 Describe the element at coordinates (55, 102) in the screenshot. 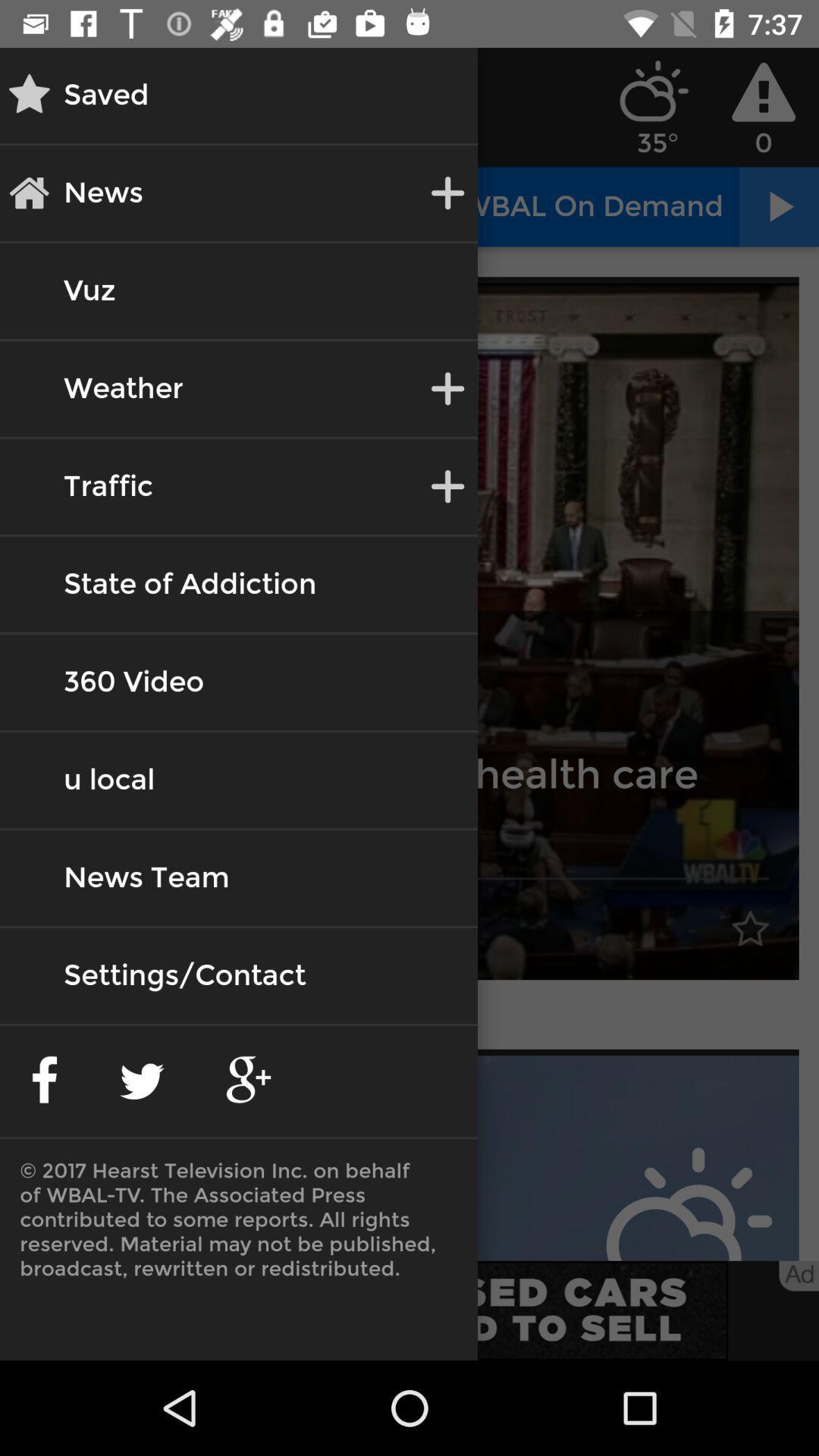

I see `the star icon` at that location.